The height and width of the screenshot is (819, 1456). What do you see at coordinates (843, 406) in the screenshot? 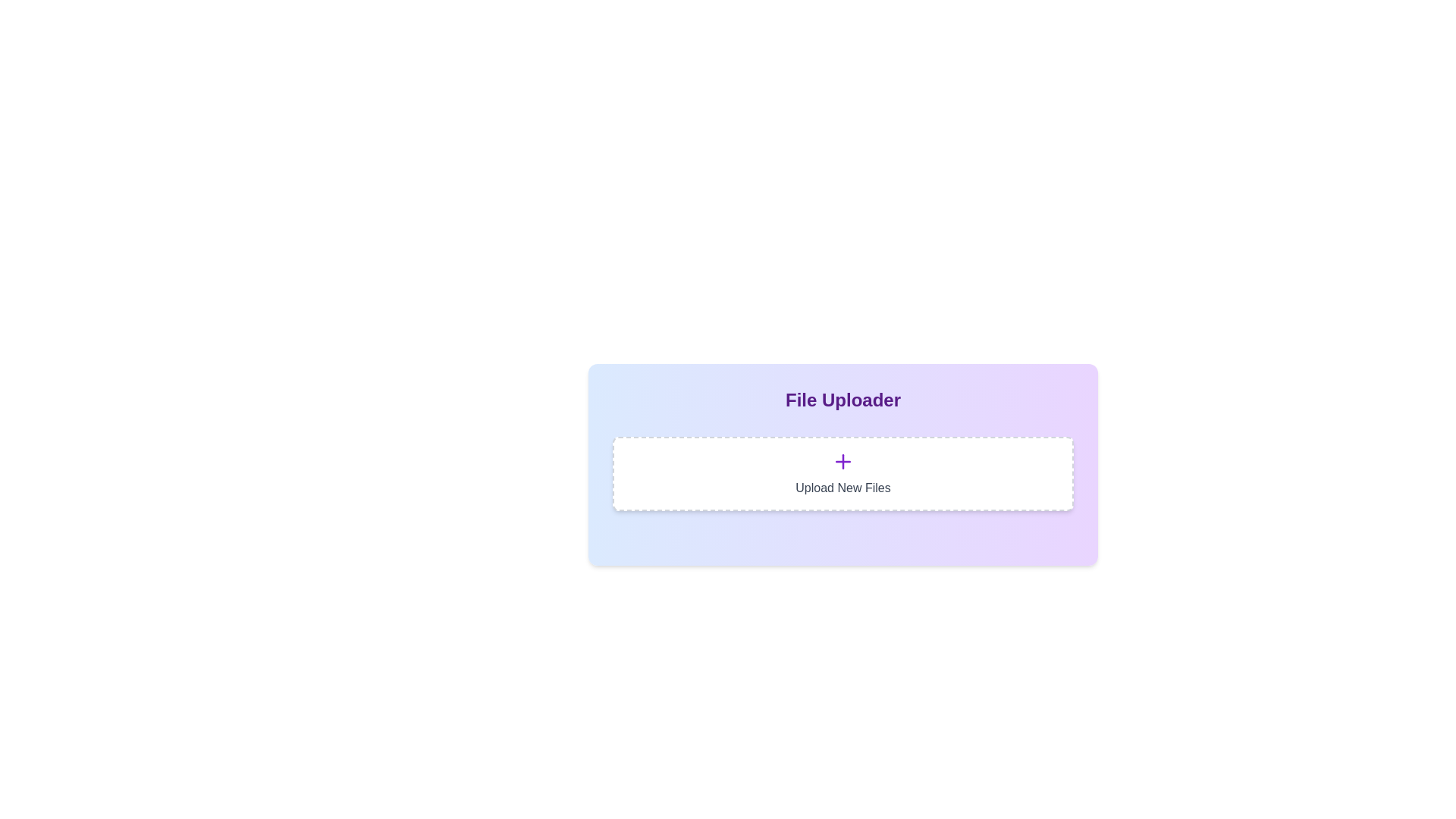
I see `the 'File Uploader' text header, which is styled in bold, large purple font and positioned at the top of the 'File Uploader' interface` at bounding box center [843, 406].